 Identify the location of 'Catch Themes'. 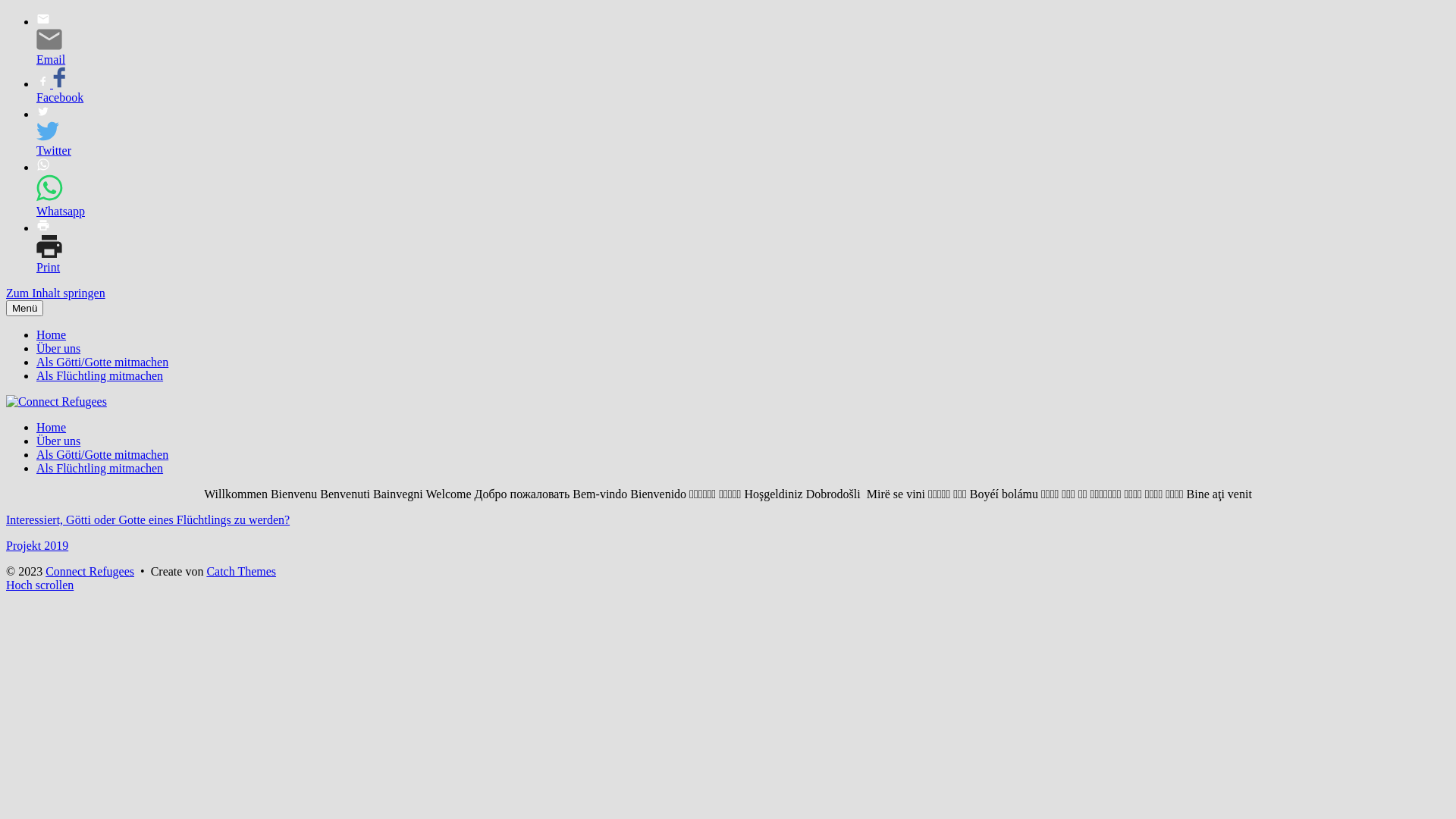
(240, 571).